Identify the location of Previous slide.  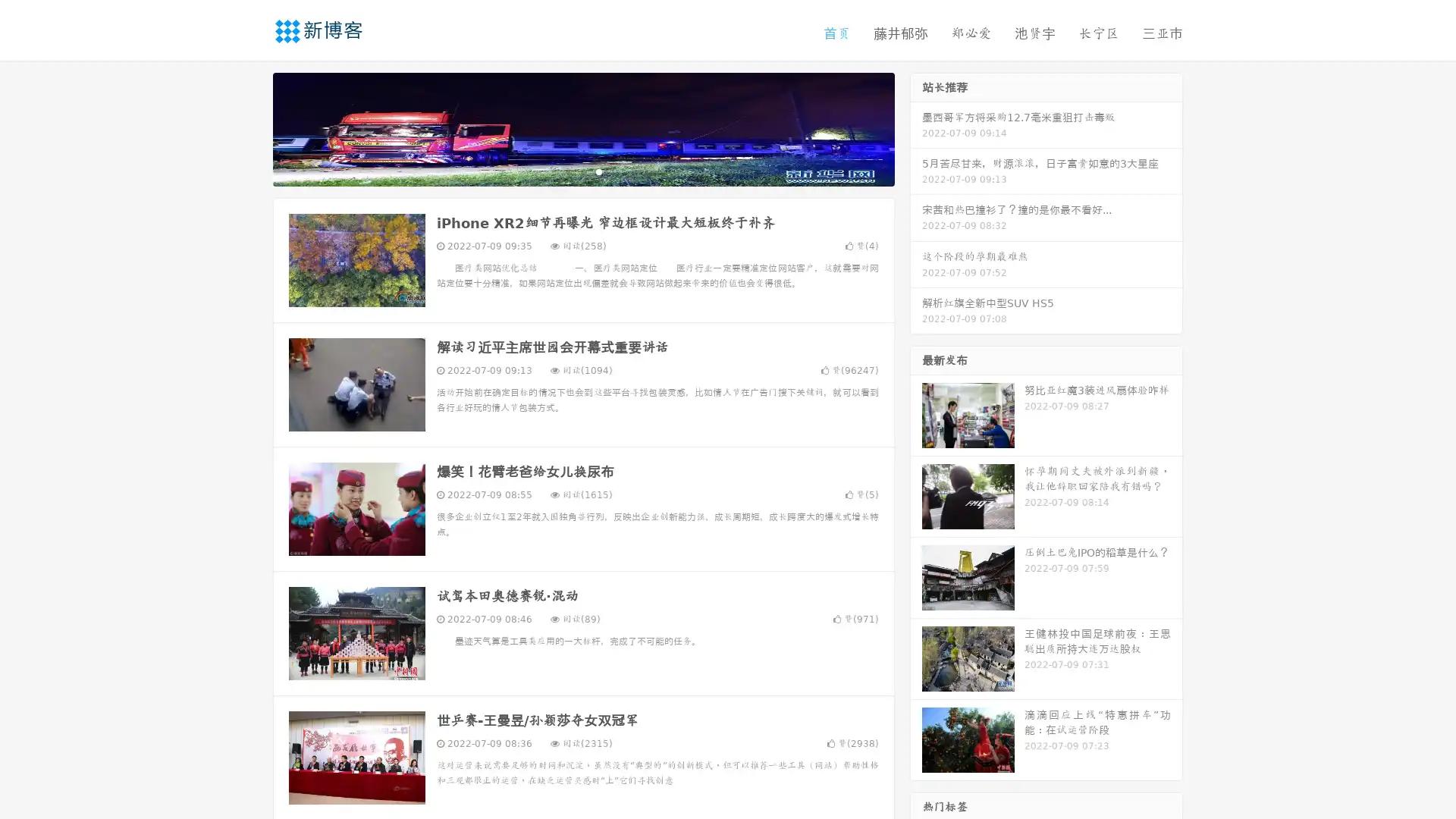
(250, 127).